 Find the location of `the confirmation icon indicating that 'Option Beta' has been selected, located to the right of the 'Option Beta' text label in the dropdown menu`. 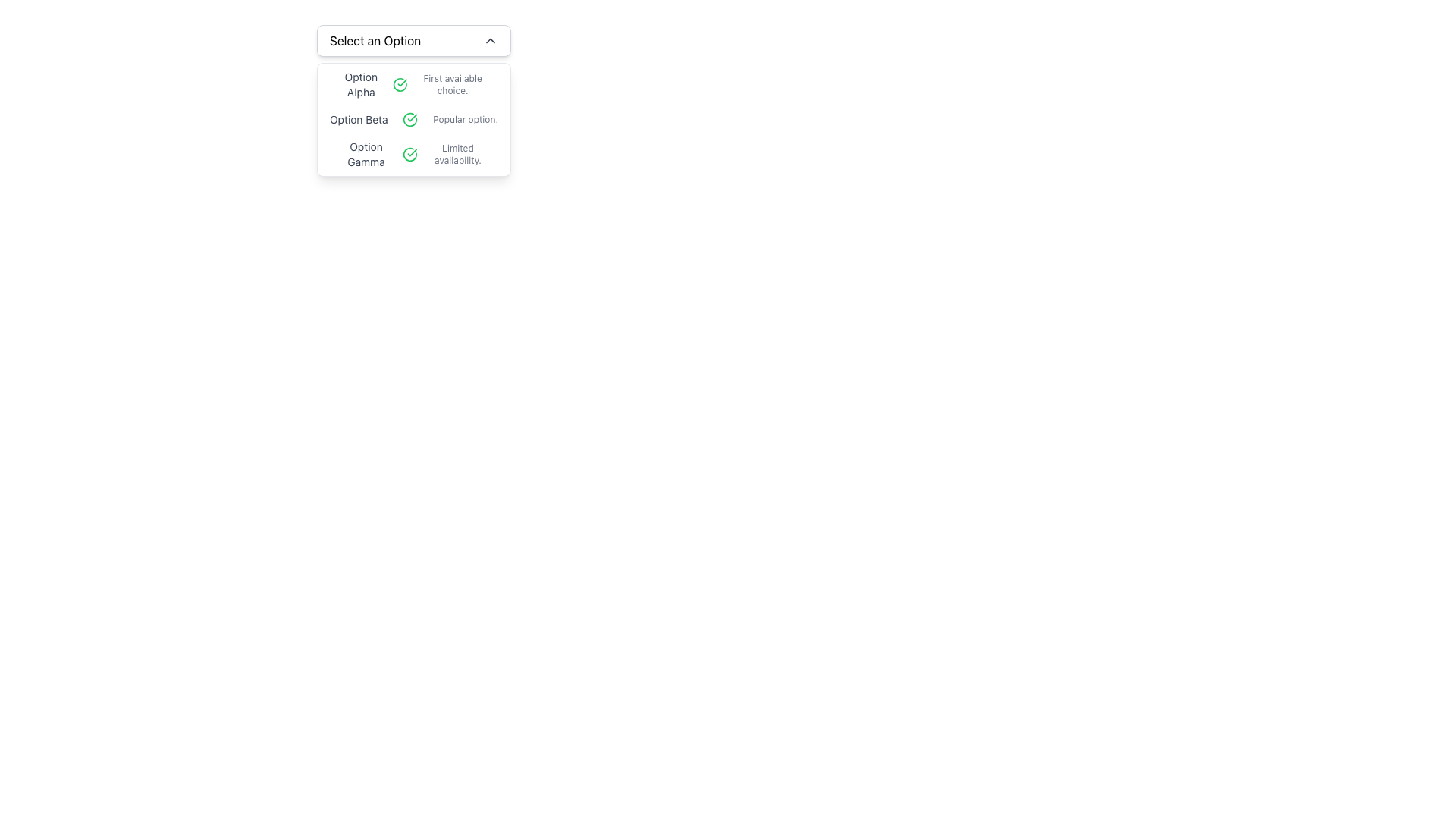

the confirmation icon indicating that 'Option Beta' has been selected, located to the right of the 'Option Beta' text label in the dropdown menu is located at coordinates (410, 119).